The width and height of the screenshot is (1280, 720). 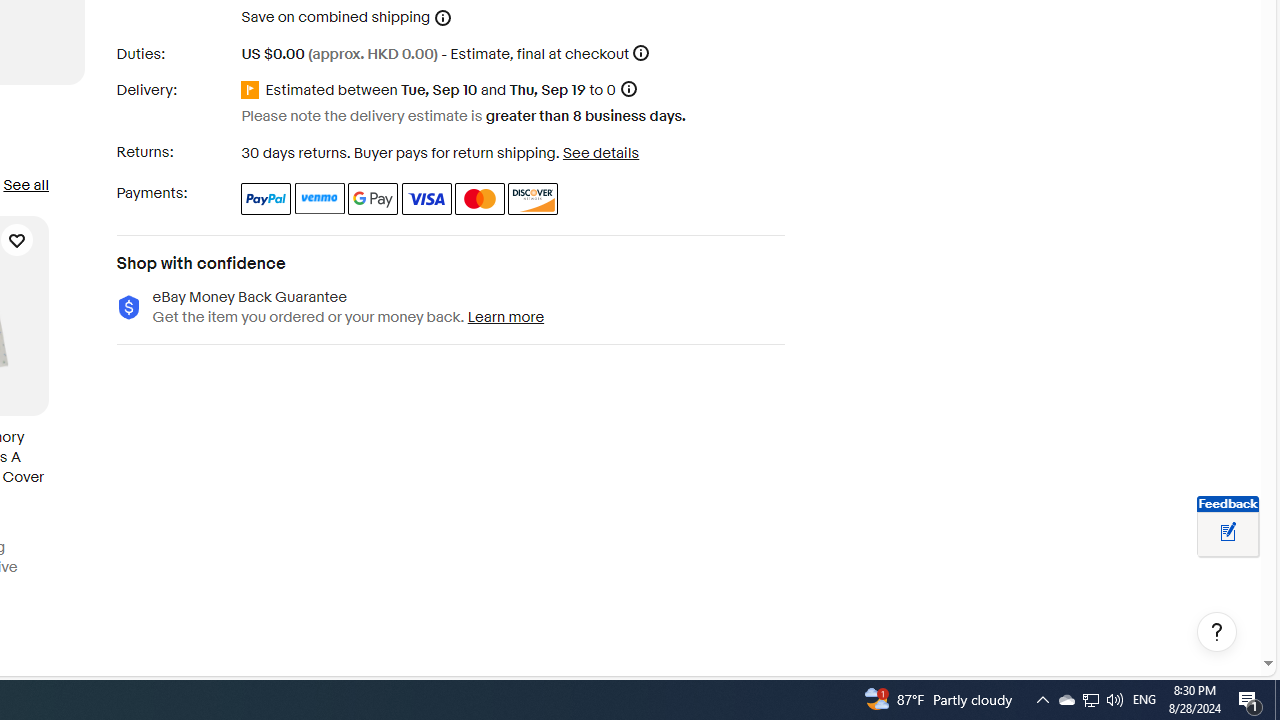 What do you see at coordinates (480, 198) in the screenshot?
I see `'Master Card'` at bounding box center [480, 198].